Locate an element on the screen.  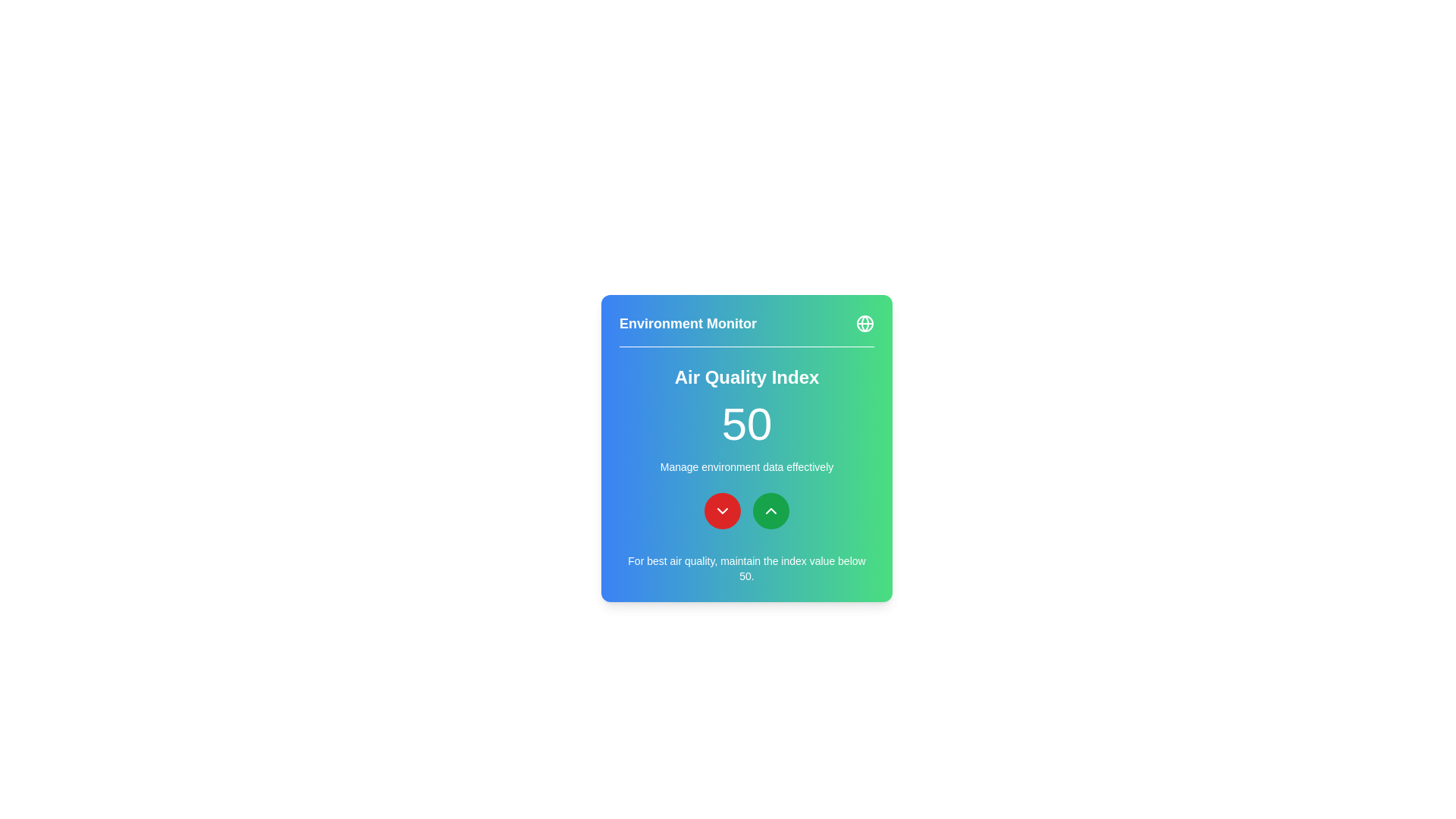
the downward-pointing chevron icon within the bold red circular button located at the bottom-left of the card component is located at coordinates (722, 511).